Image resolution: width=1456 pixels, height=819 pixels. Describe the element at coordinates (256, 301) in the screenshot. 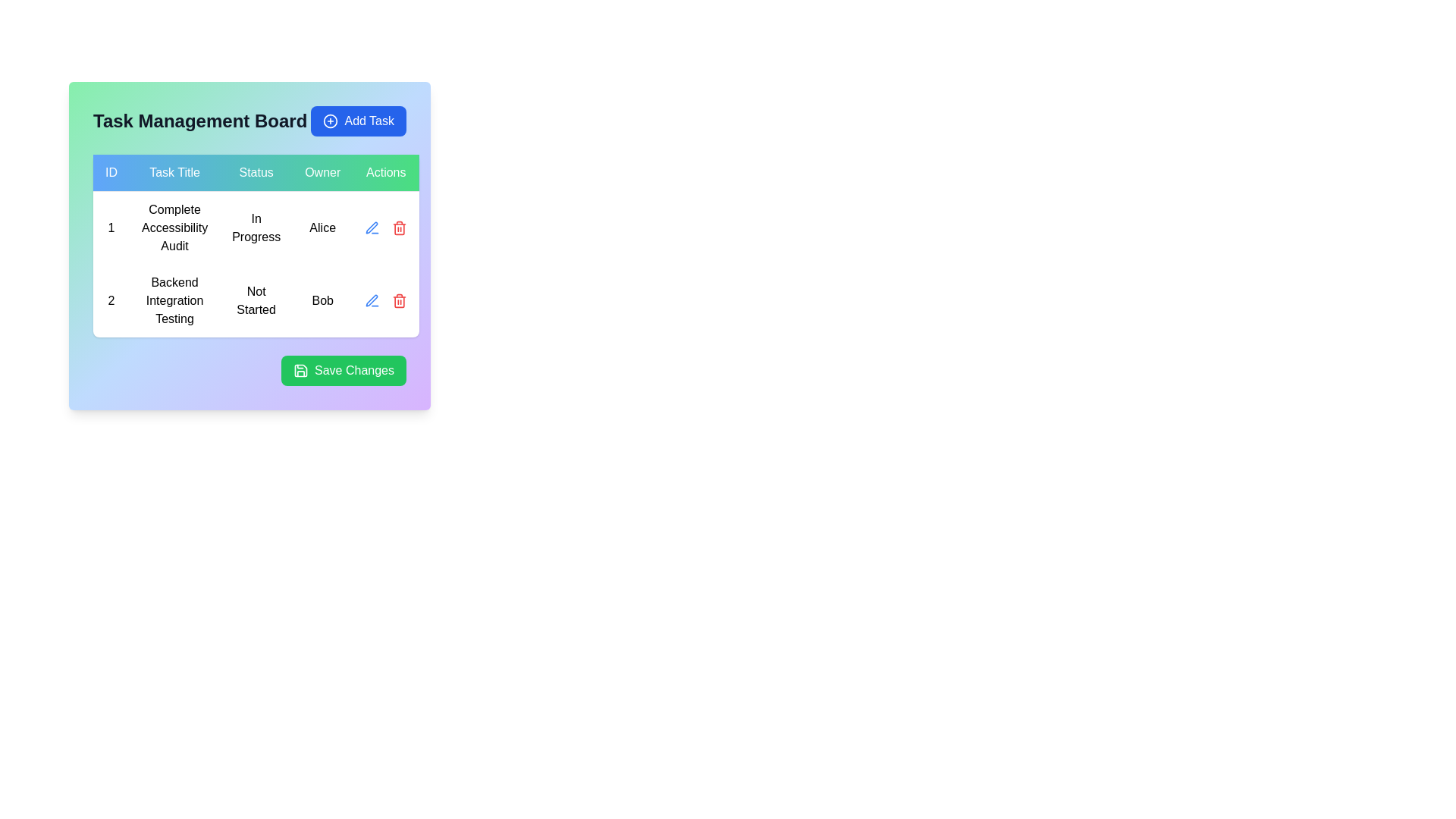

I see `the non-interactive text label indicating the current status of the task, which shows that it has not been started, located in the third column of the second row in the Task Management Board interface` at that location.